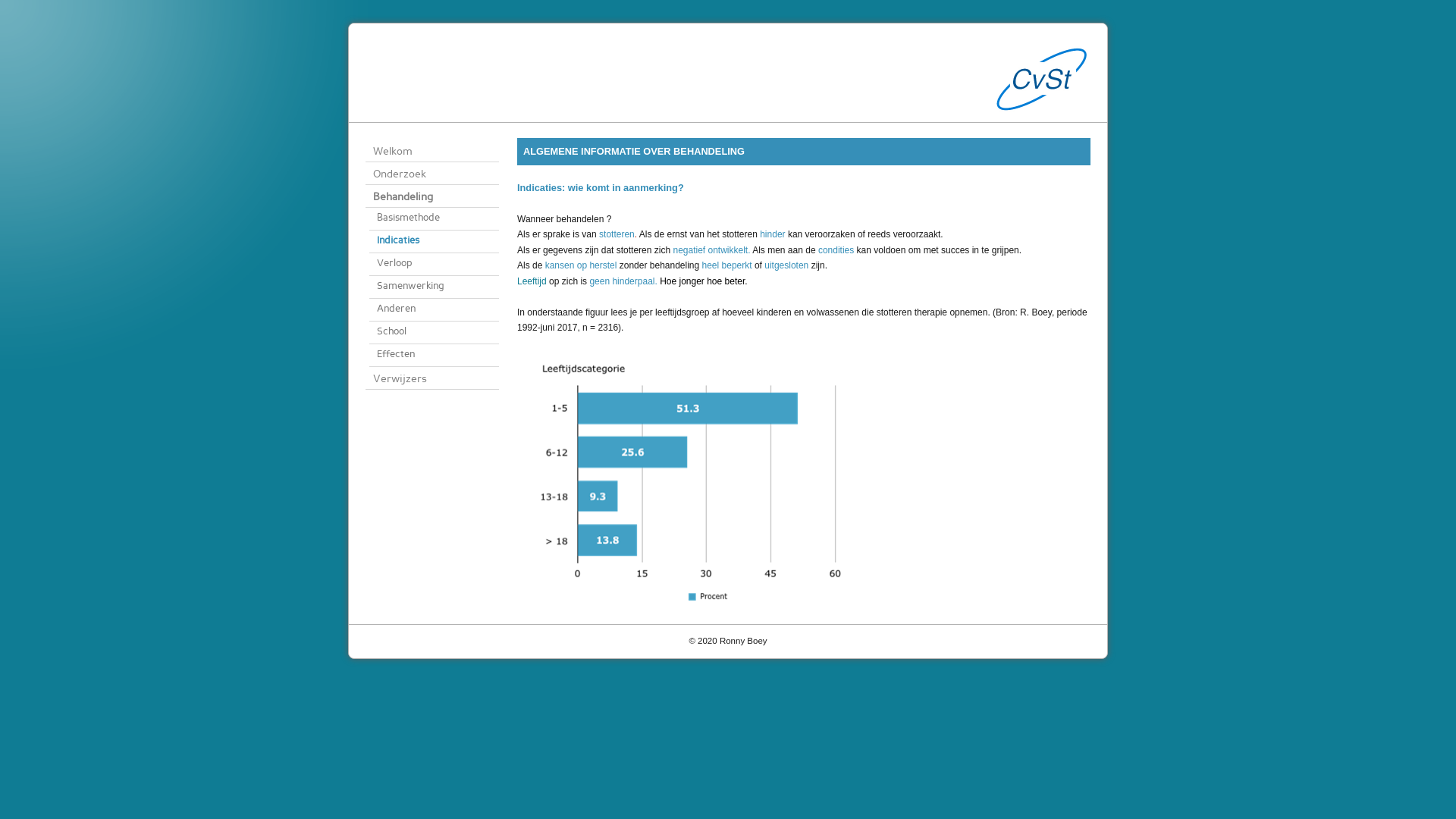 The width and height of the screenshot is (1456, 819). Describe the element at coordinates (365, 195) in the screenshot. I see `'Behandeling'` at that location.